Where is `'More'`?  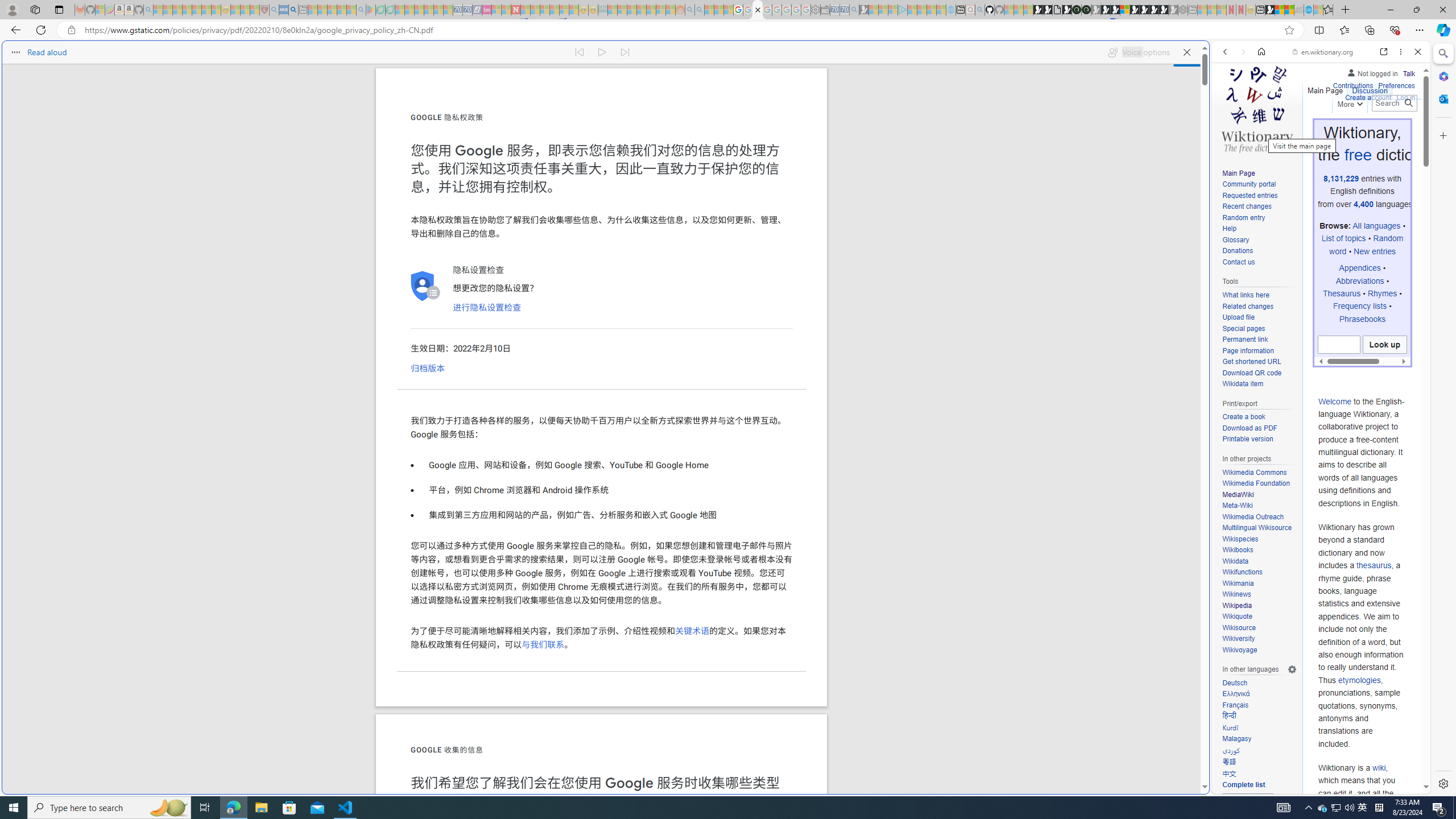
'More' is located at coordinates (1349, 102).